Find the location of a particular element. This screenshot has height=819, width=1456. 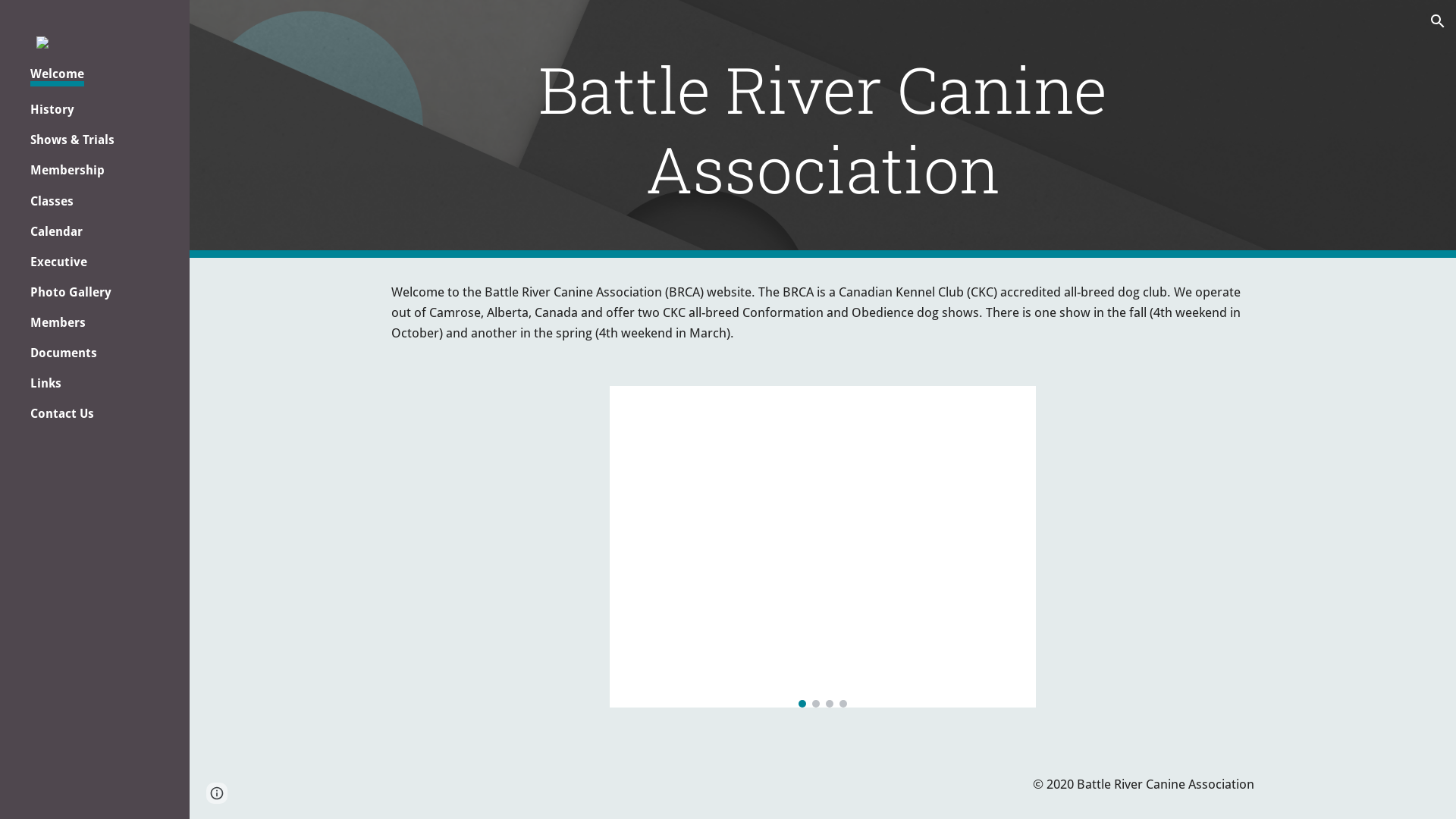

'Calendar' is located at coordinates (56, 231).